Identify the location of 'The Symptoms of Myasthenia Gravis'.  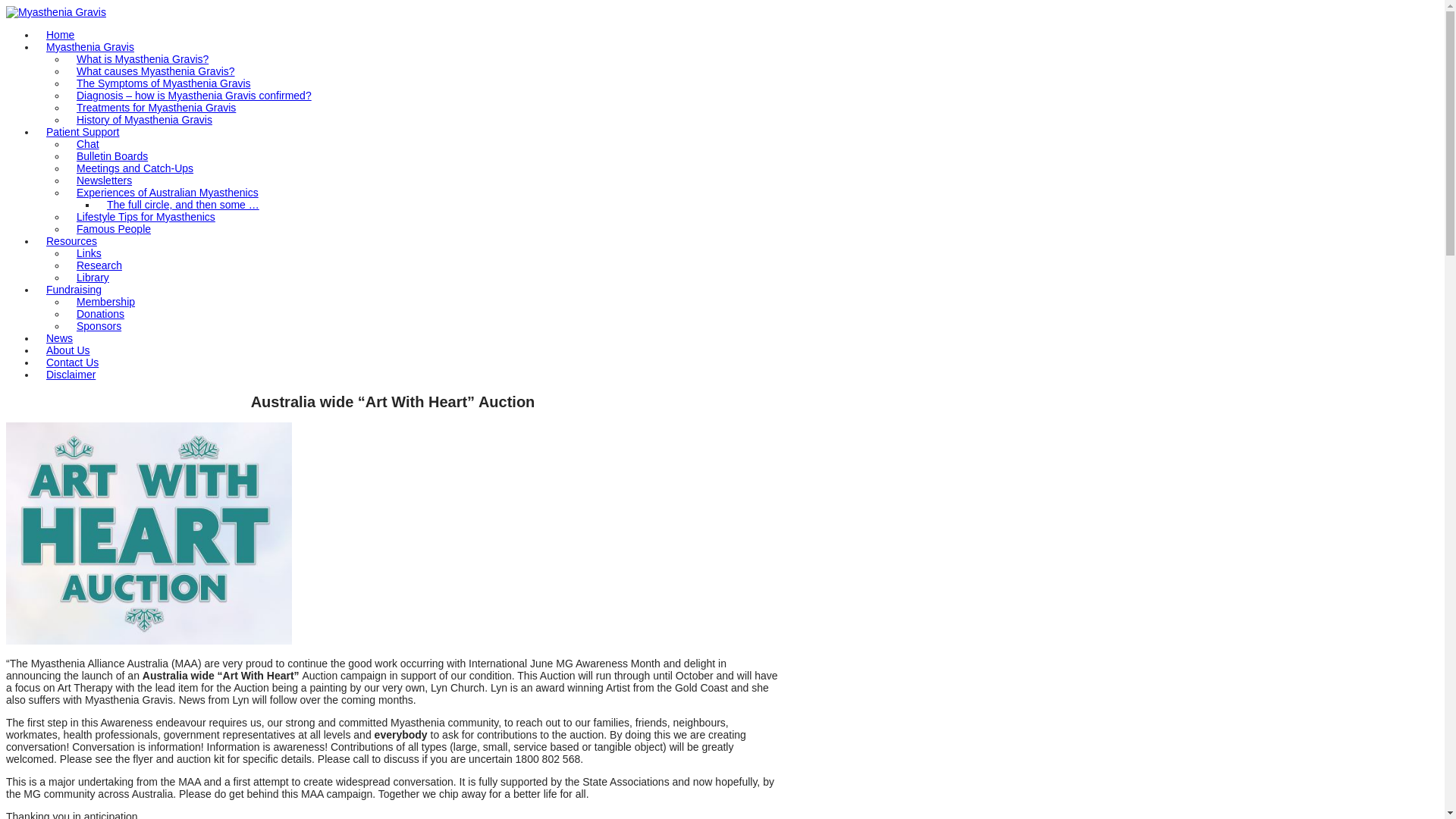
(164, 83).